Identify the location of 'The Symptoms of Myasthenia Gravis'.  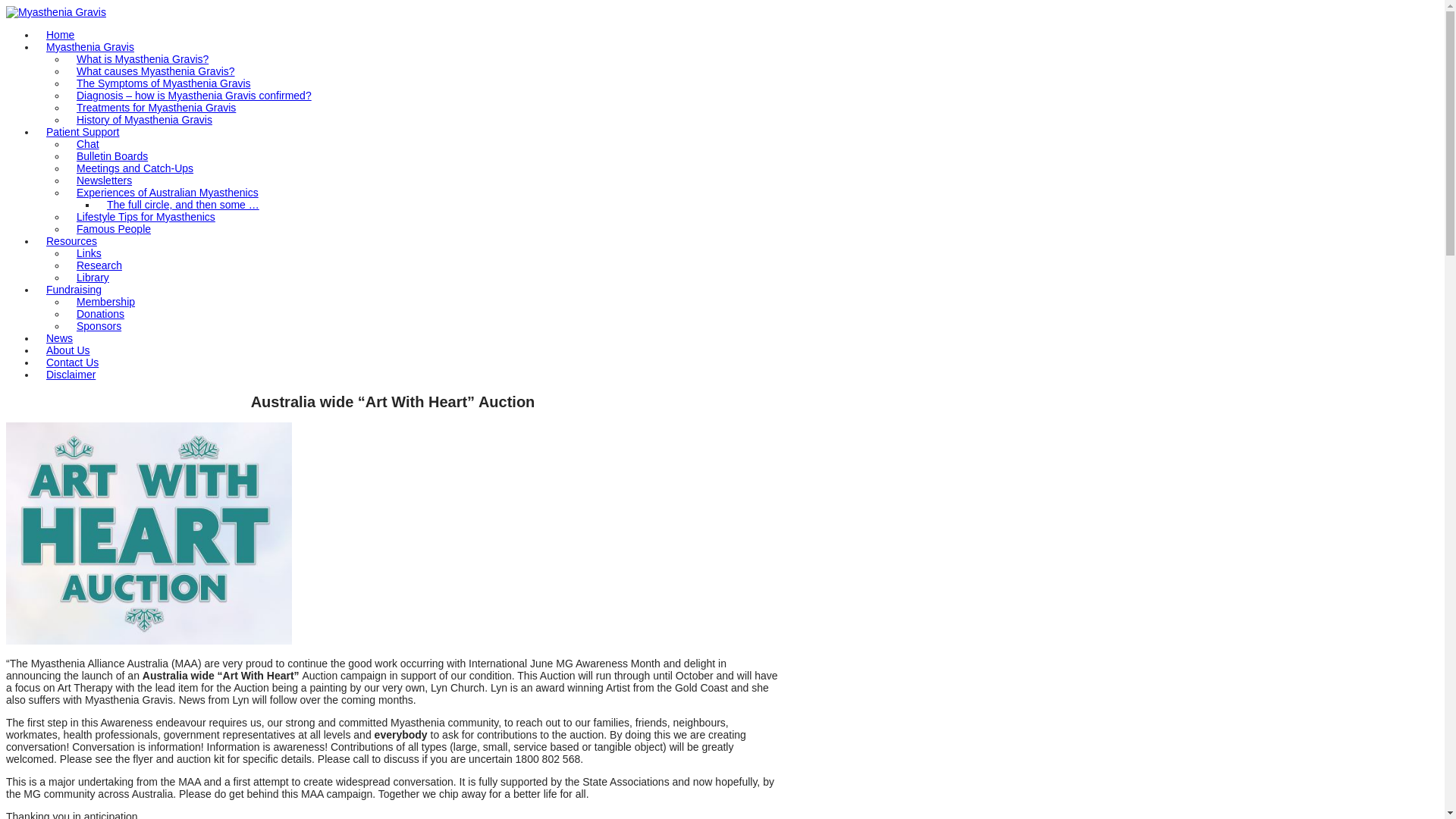
(164, 83).